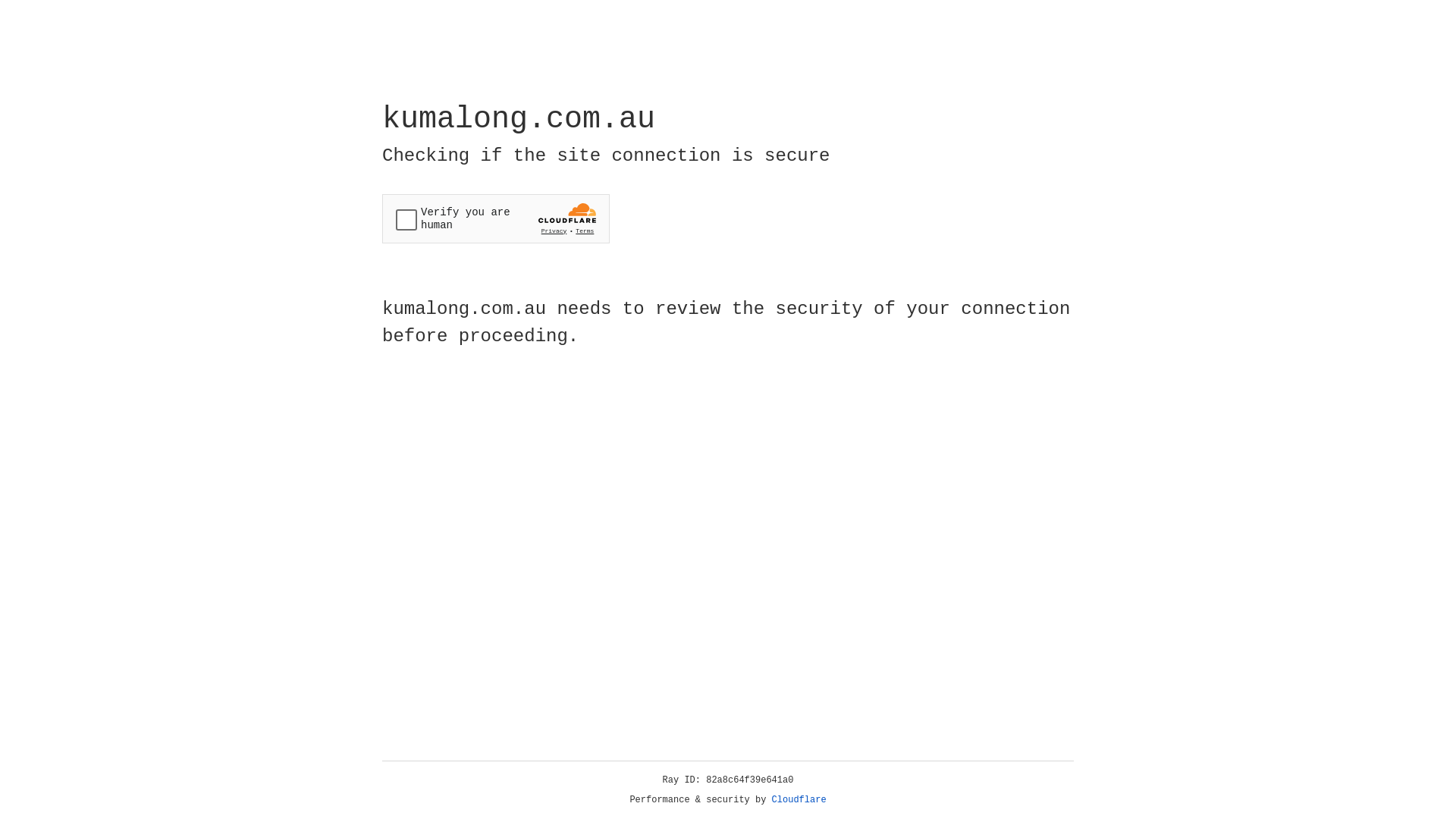 The width and height of the screenshot is (1456, 819). I want to click on 'Widget containing a Cloudflare security challenge', so click(495, 218).